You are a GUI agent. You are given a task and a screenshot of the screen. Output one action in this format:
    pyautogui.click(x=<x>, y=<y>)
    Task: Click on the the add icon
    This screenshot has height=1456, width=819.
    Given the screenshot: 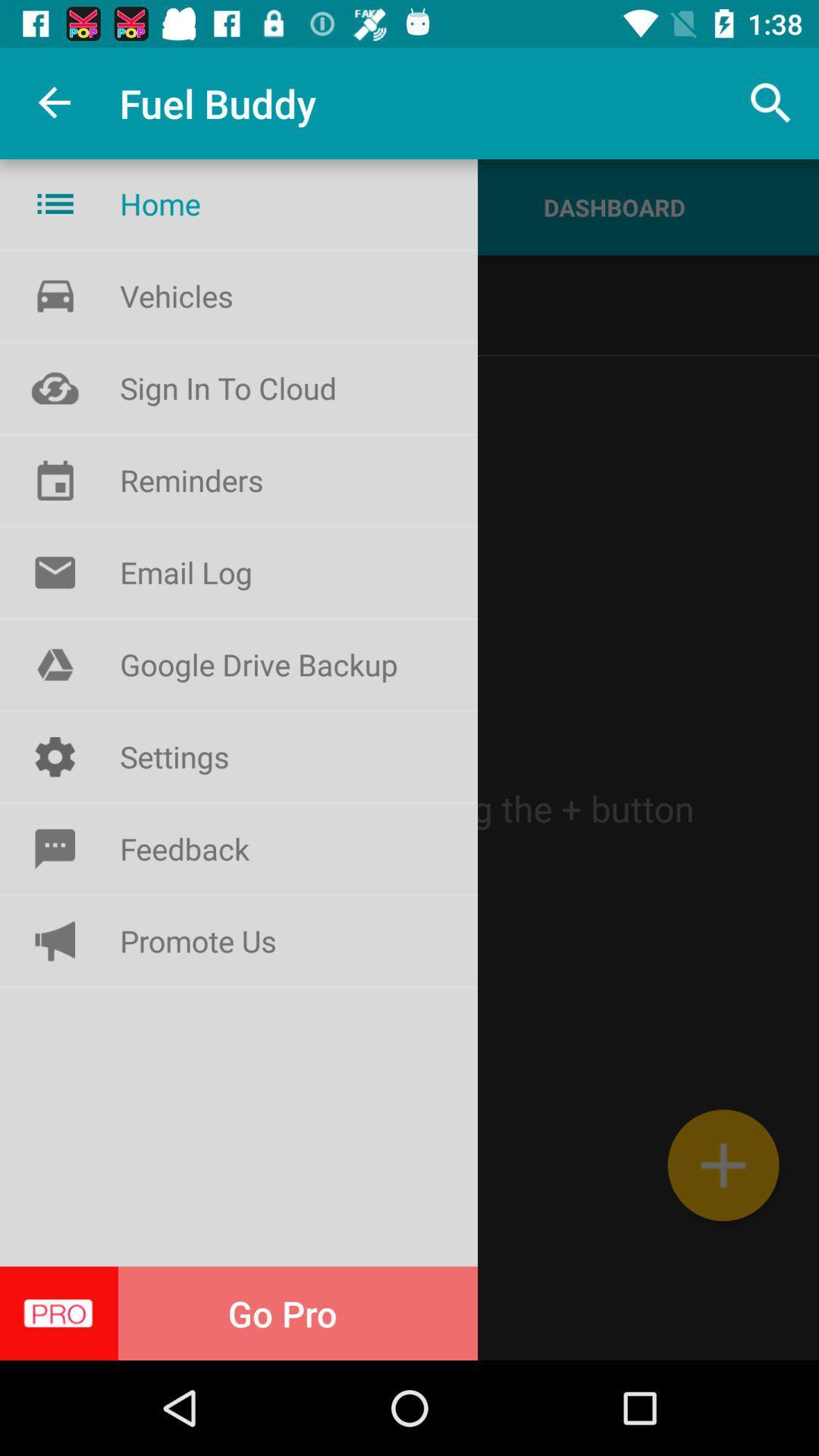 What is the action you would take?
    pyautogui.click(x=722, y=1164)
    